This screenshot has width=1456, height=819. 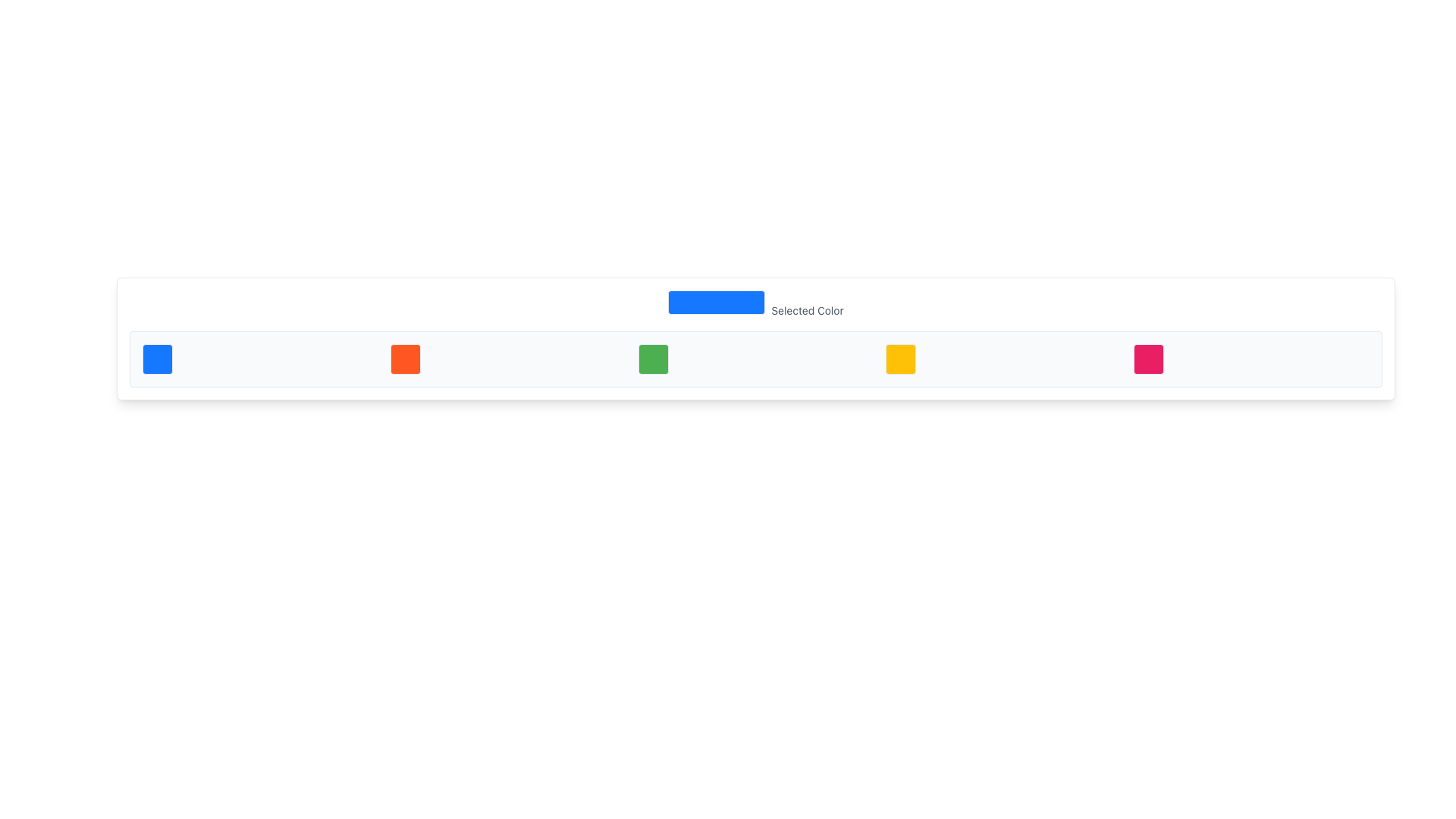 I want to click on the selectable color block representing yellow, which is the fourth item in a grid of five squares, so click(x=901, y=359).